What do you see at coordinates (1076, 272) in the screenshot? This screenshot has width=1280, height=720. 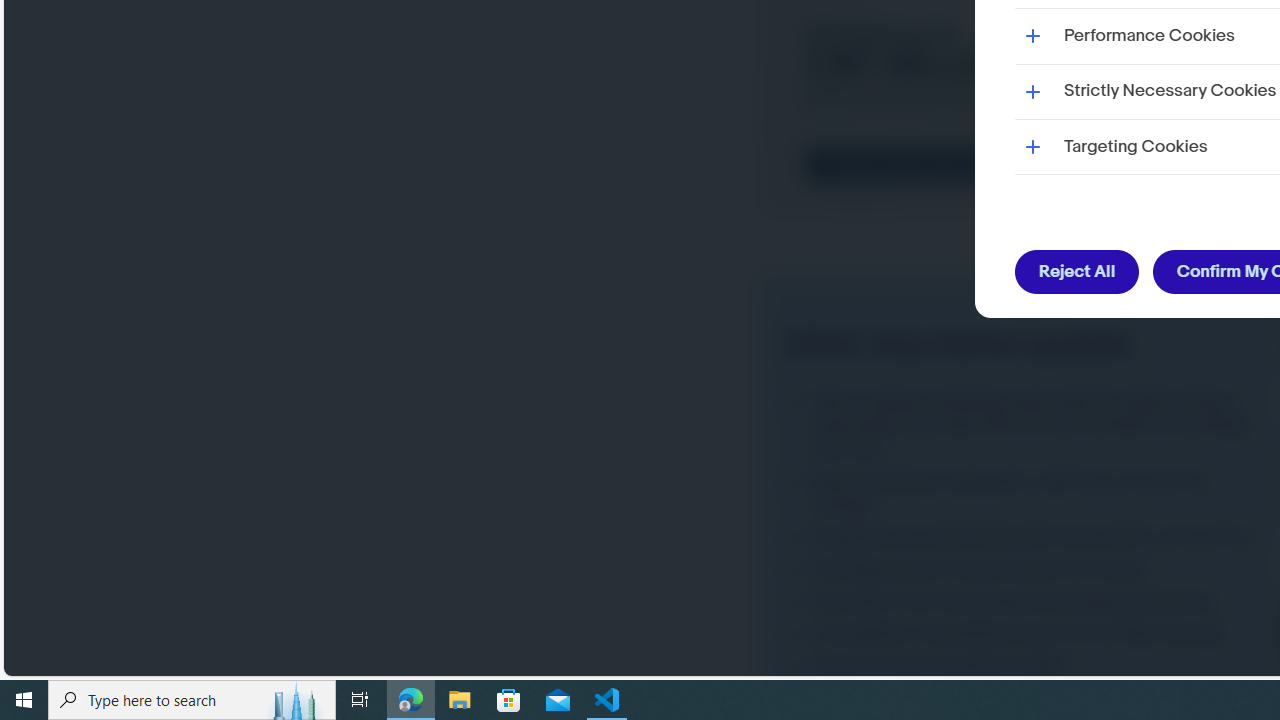 I see `'Reject All'` at bounding box center [1076, 272].